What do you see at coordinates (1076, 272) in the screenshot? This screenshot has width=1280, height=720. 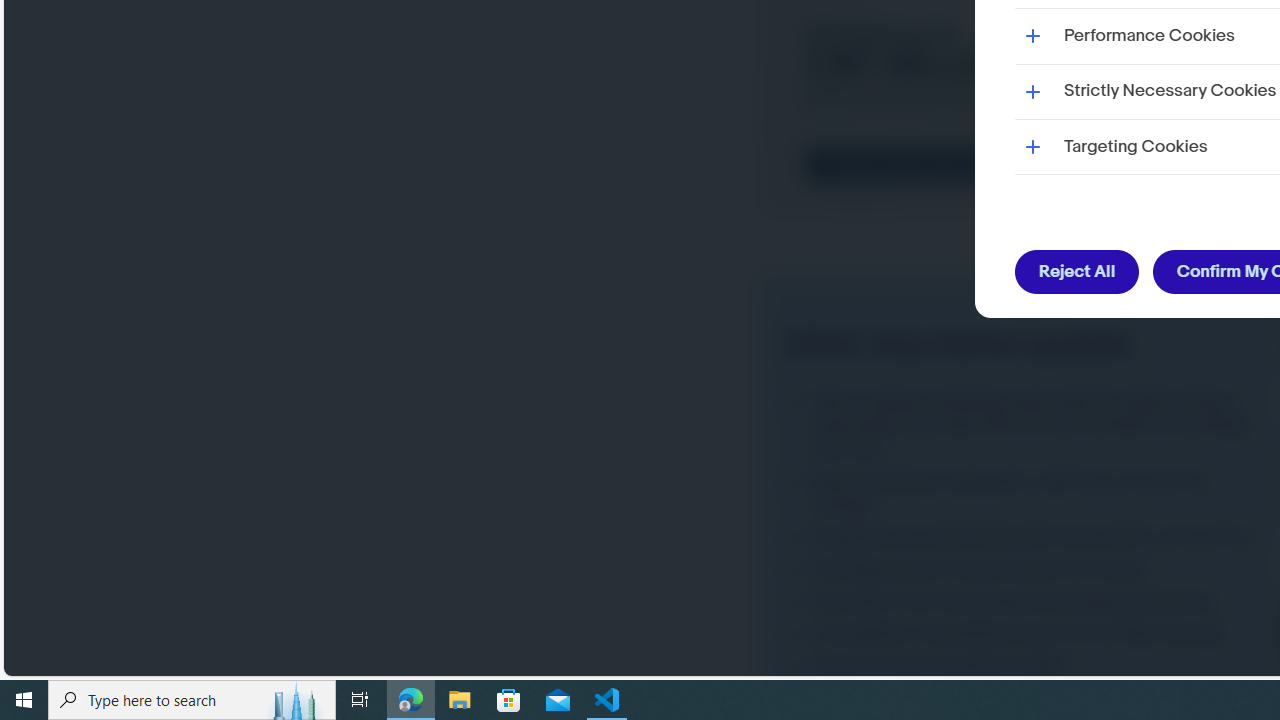 I see `'Reject All'` at bounding box center [1076, 272].